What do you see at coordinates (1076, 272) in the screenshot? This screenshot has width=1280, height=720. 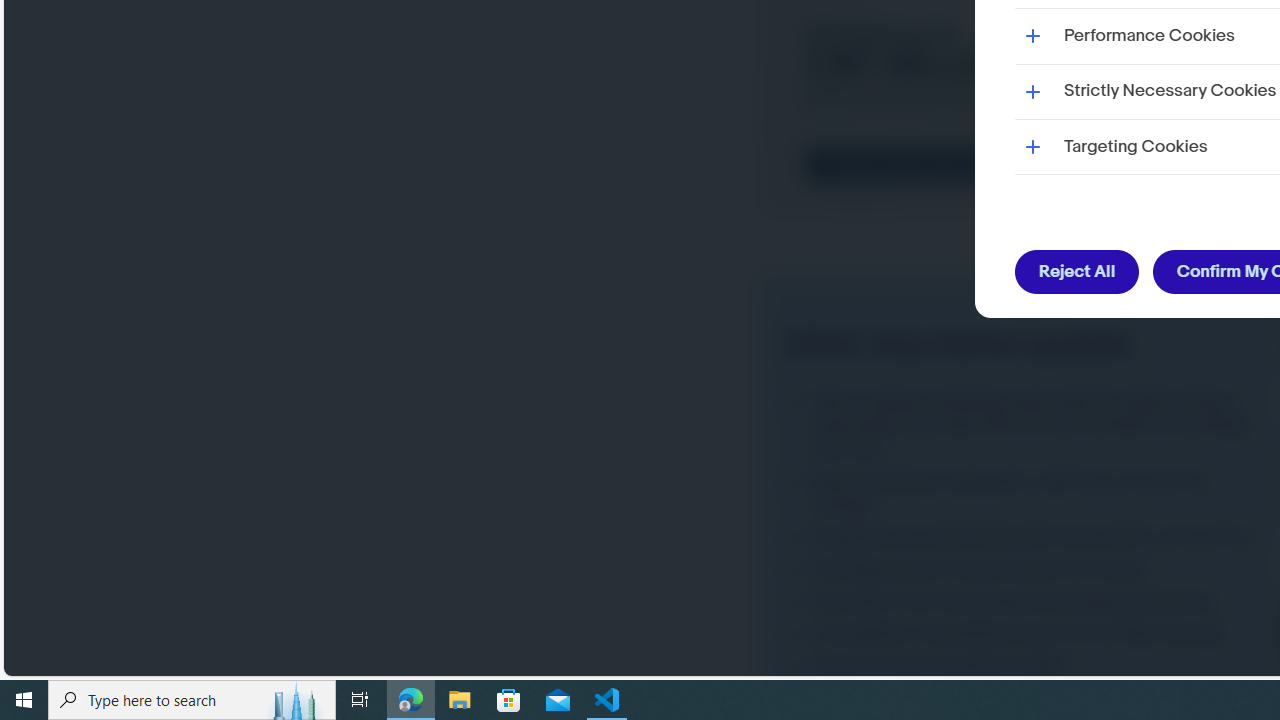 I see `'Reject All'` at bounding box center [1076, 272].